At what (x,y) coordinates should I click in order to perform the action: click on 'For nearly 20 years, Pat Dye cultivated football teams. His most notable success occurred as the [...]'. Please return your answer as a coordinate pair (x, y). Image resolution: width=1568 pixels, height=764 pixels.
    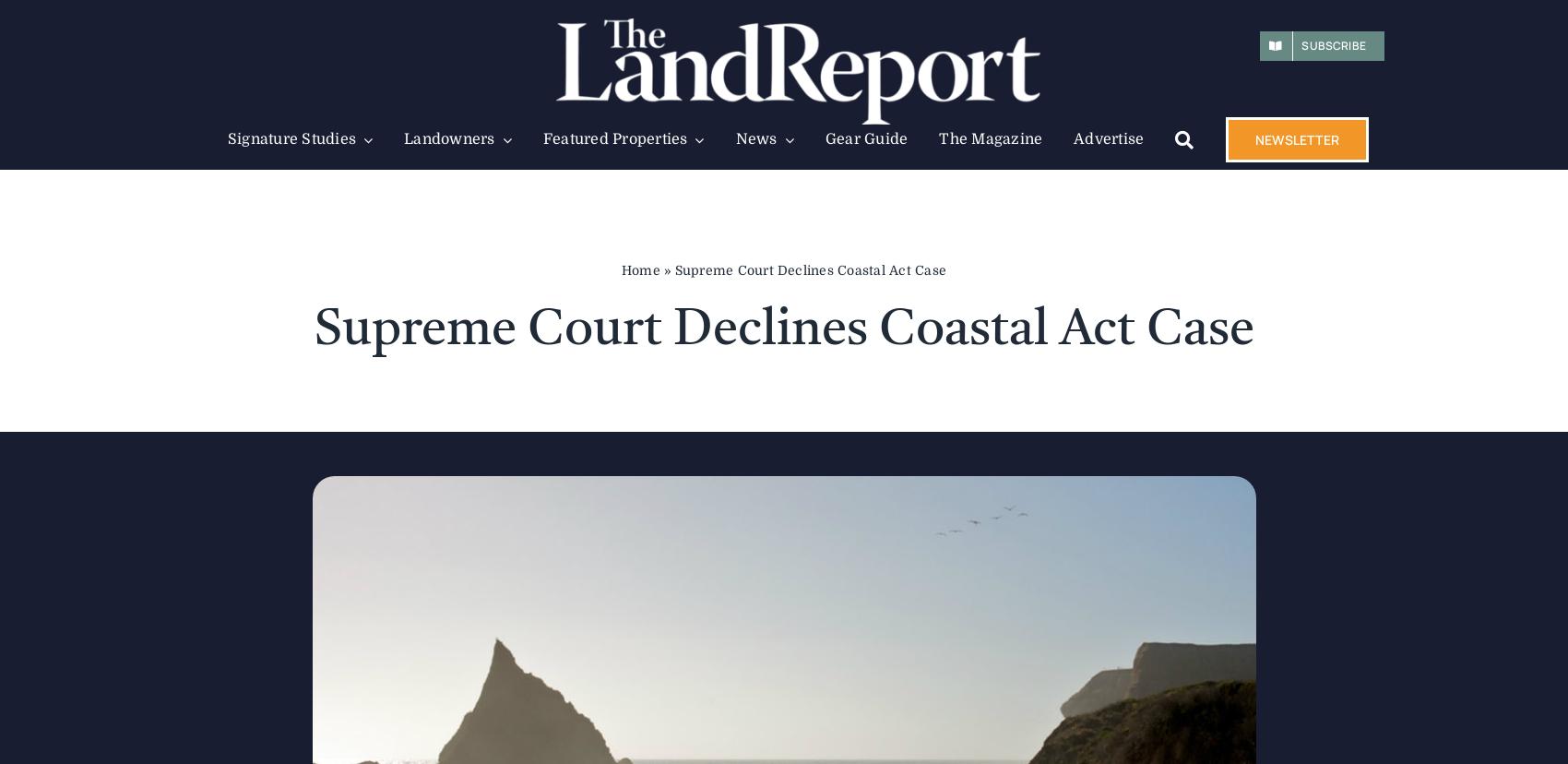
    Looking at the image, I should click on (952, 495).